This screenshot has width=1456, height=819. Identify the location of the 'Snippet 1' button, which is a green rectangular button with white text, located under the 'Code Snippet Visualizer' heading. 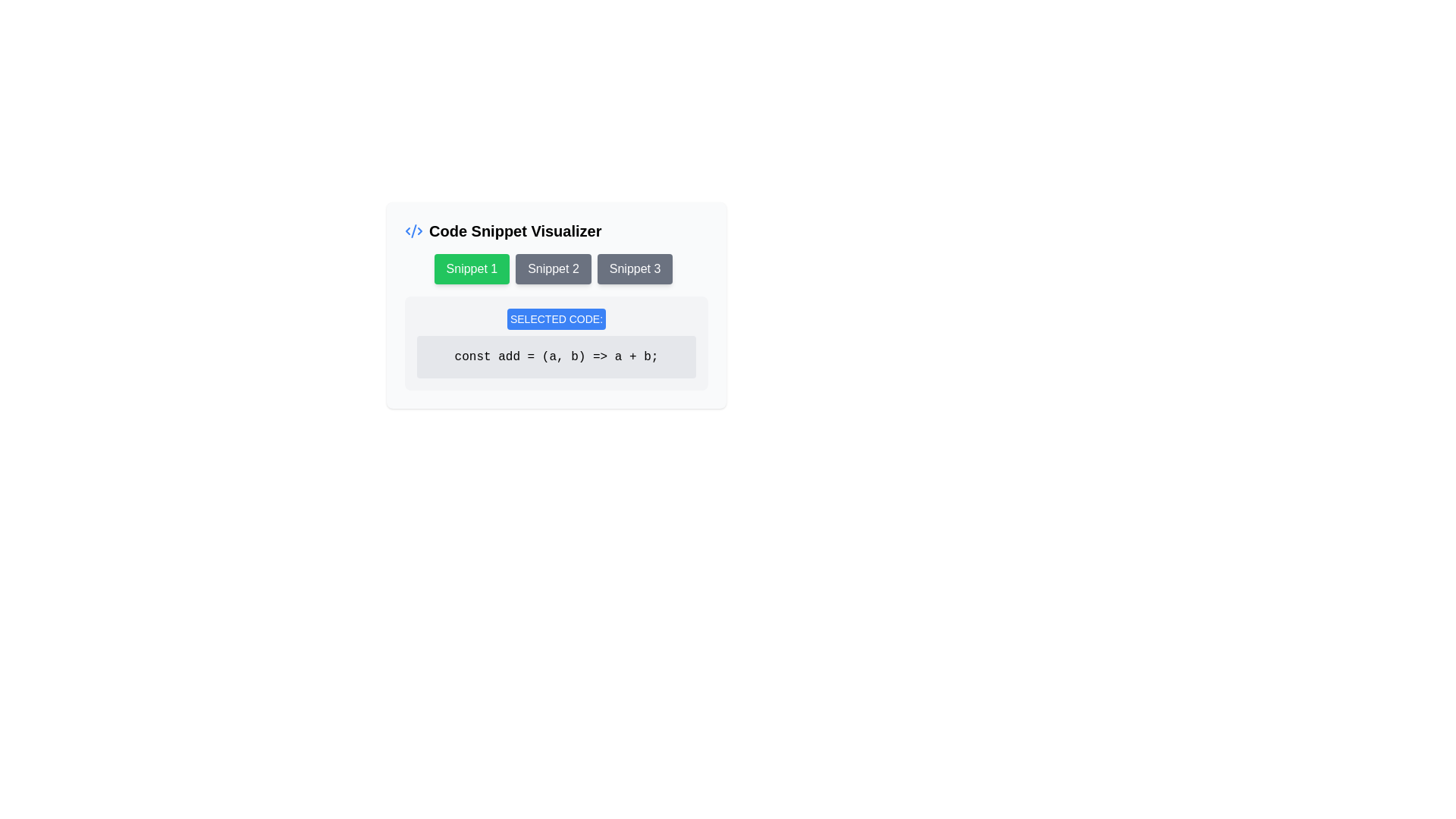
(471, 268).